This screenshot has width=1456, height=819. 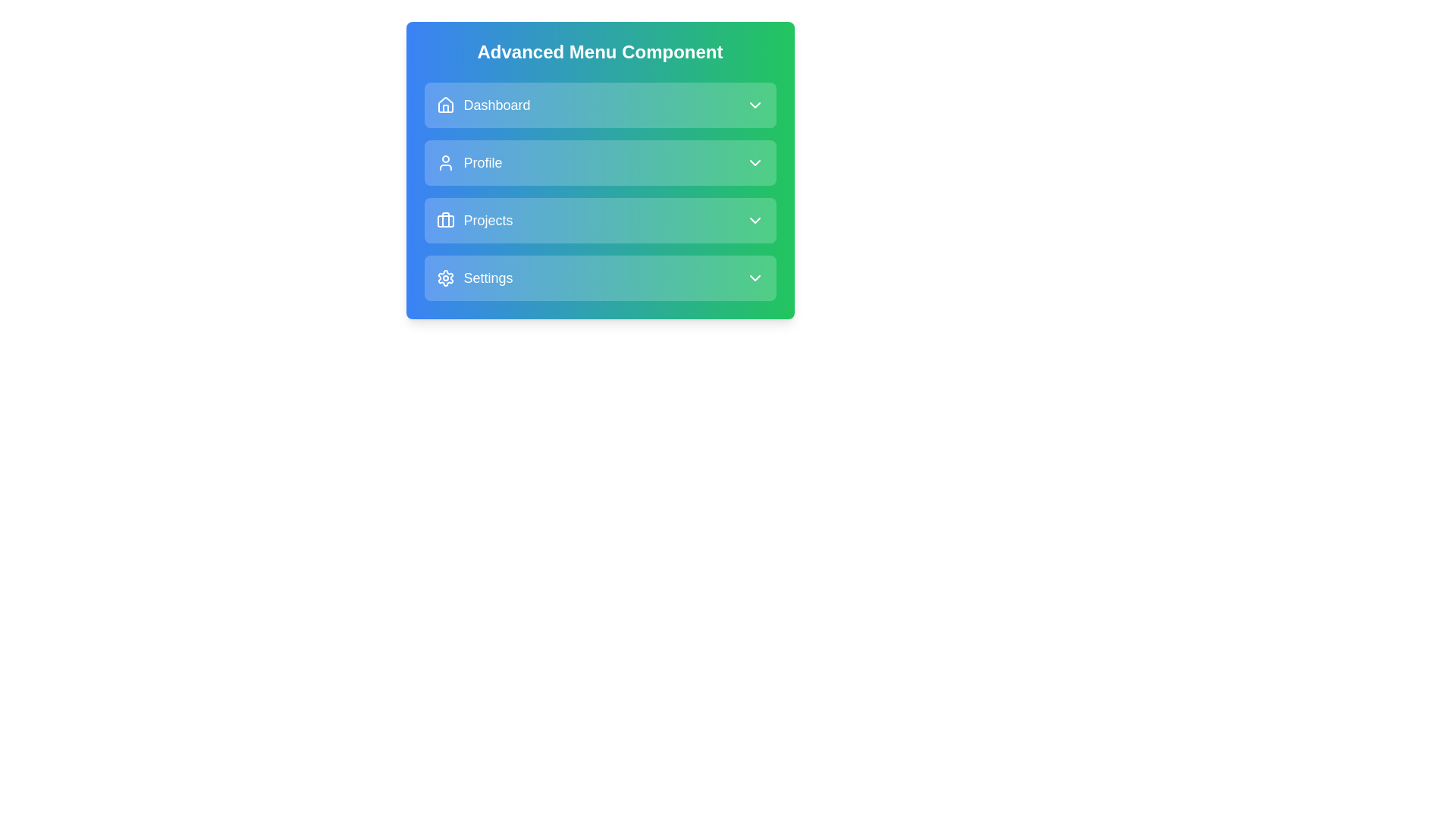 I want to click on the 'Dashboard' icon located on the left side of the navigation menu, which visually represents the home or main page, so click(x=444, y=104).